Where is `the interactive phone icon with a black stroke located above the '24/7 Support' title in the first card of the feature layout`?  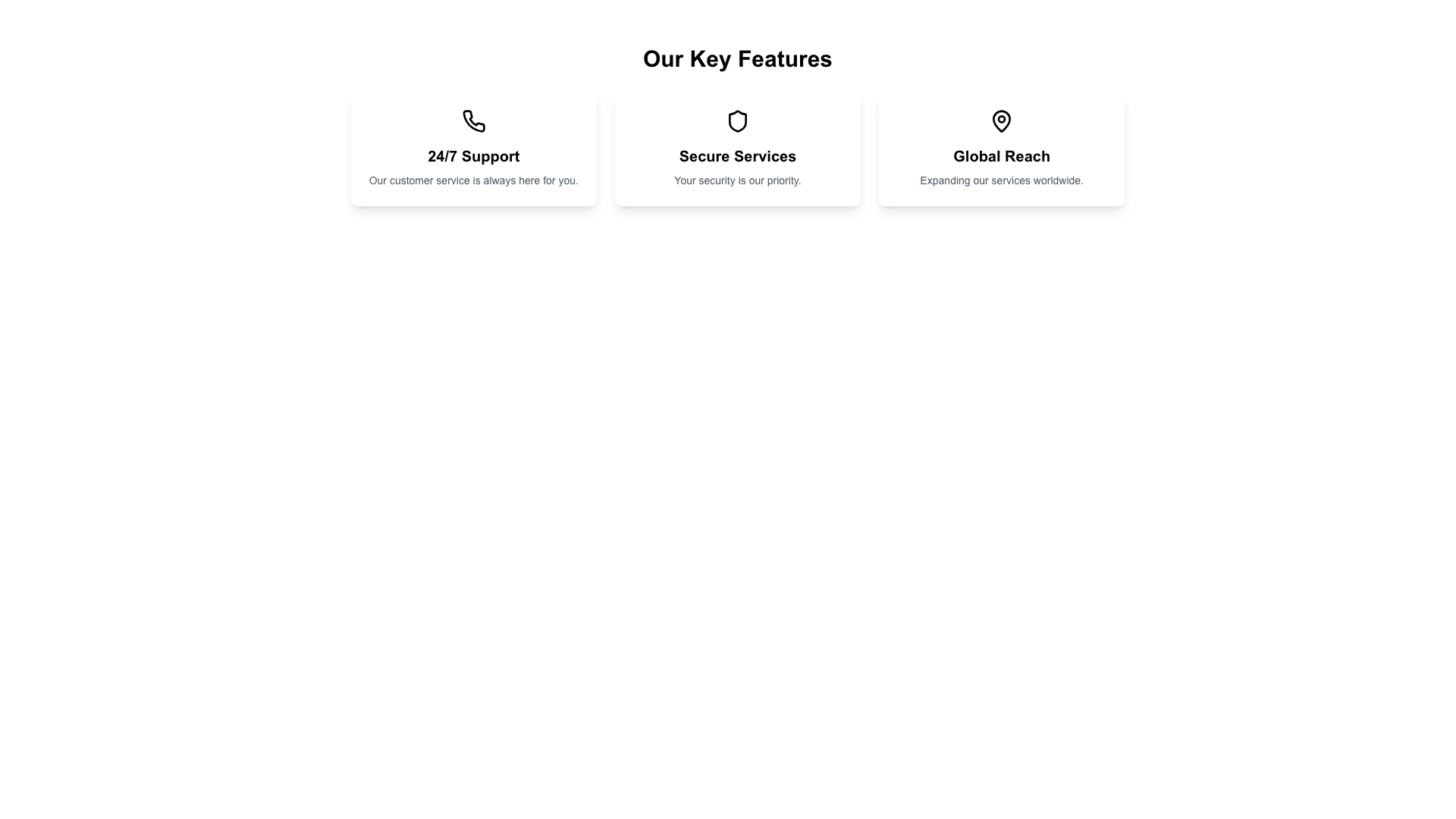
the interactive phone icon with a black stroke located above the '24/7 Support' title in the first card of the feature layout is located at coordinates (472, 120).